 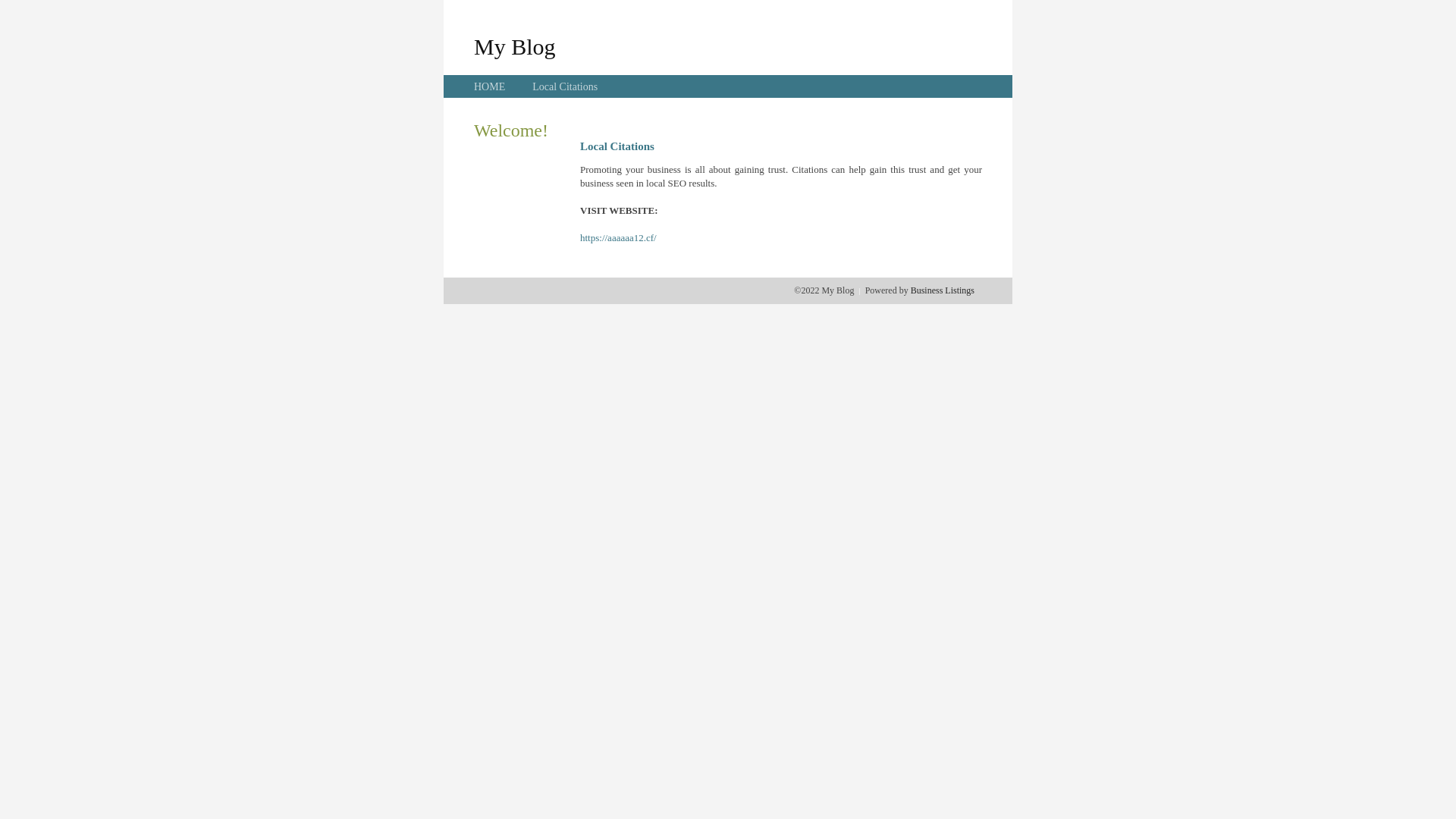 I want to click on 'My Blog', so click(x=514, y=45).